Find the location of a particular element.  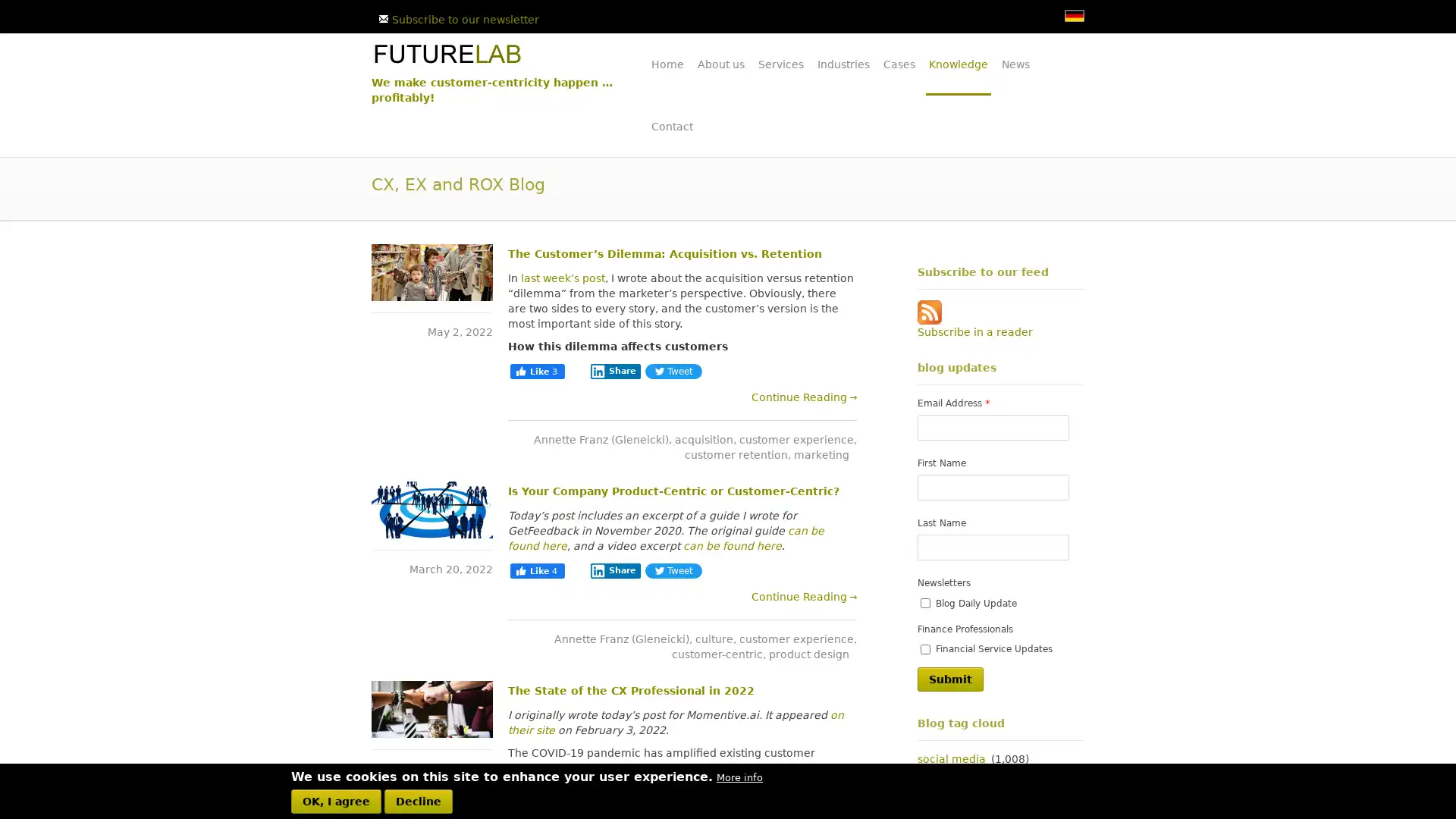

Decline is located at coordinates (419, 800).